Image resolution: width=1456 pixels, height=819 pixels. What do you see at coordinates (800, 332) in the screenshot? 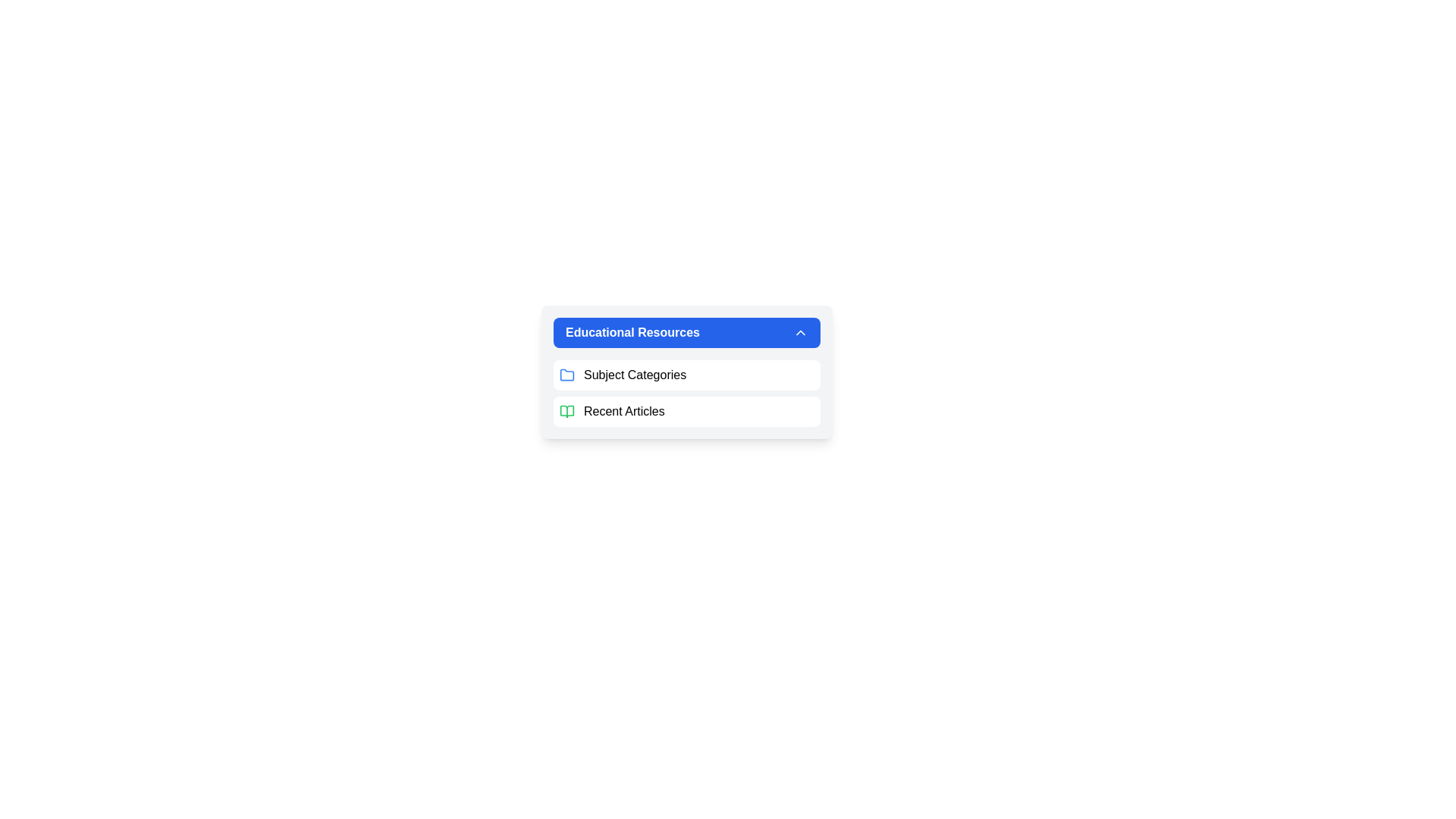
I see `the upward-facing chevron icon in the top-right corner of the blue 'Educational Resources' section` at bounding box center [800, 332].